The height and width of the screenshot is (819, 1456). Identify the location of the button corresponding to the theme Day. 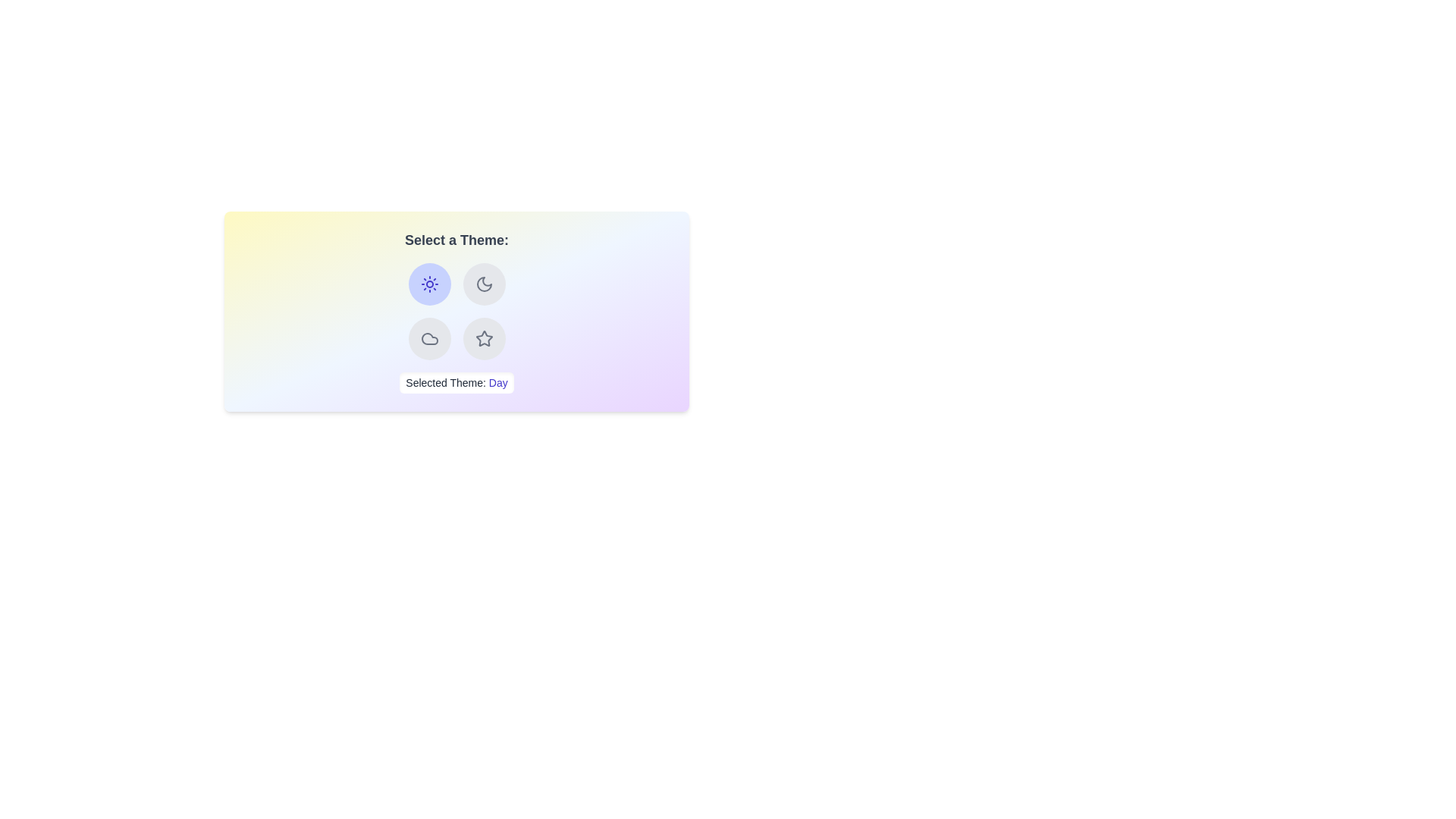
(428, 284).